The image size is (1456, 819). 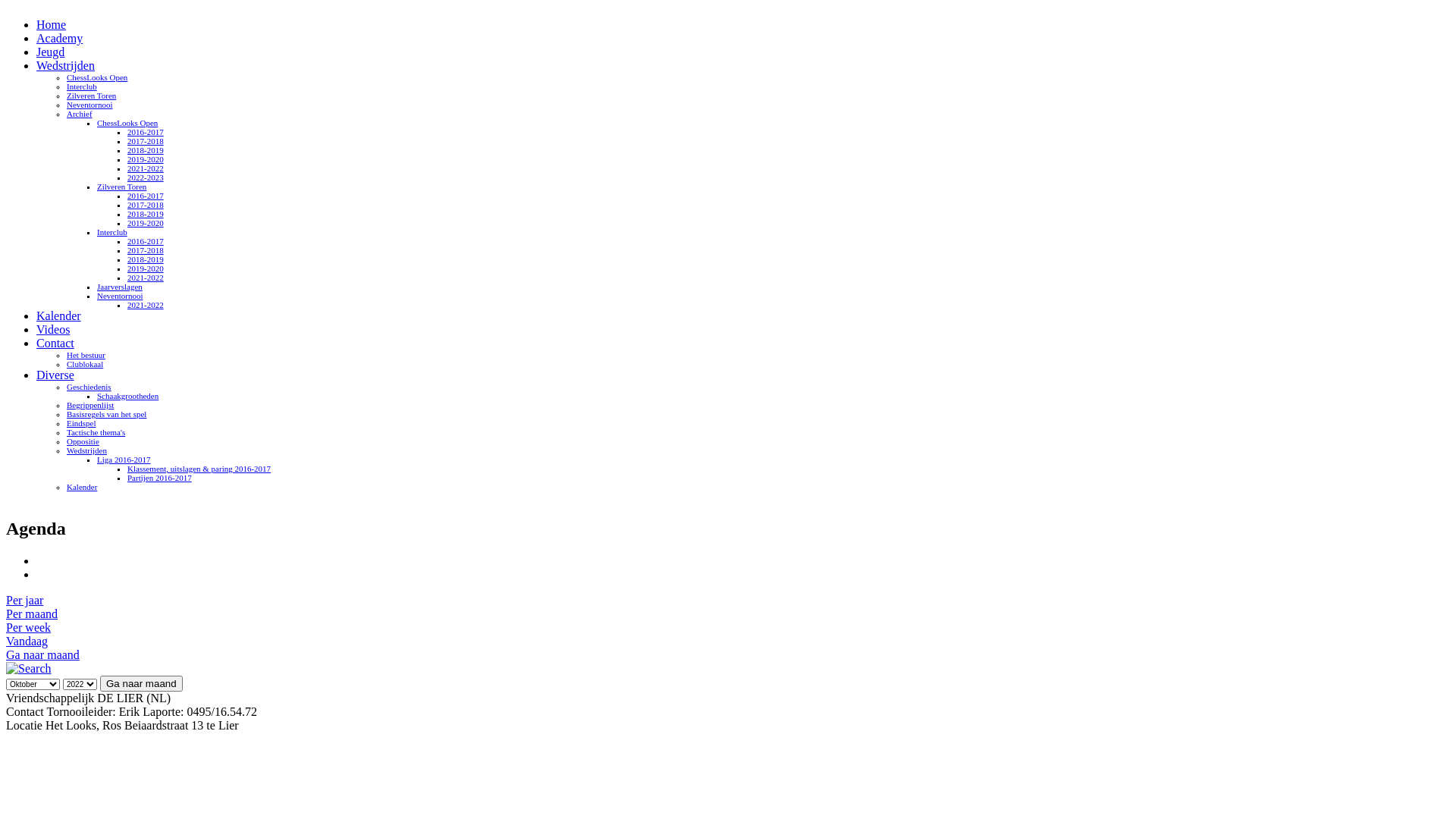 I want to click on '2016-2017', so click(x=146, y=130).